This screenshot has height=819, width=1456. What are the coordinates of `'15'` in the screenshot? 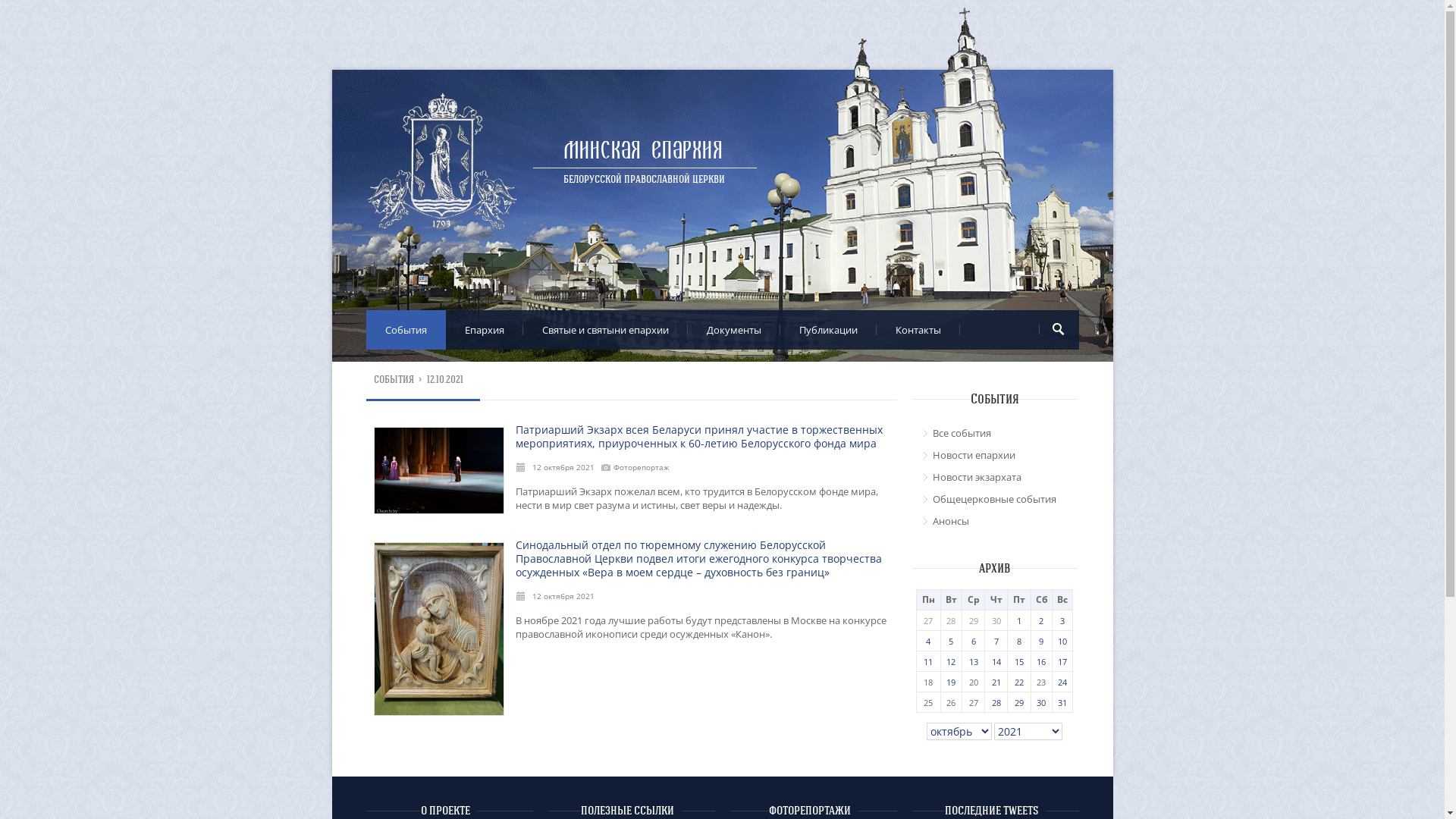 It's located at (1019, 660).